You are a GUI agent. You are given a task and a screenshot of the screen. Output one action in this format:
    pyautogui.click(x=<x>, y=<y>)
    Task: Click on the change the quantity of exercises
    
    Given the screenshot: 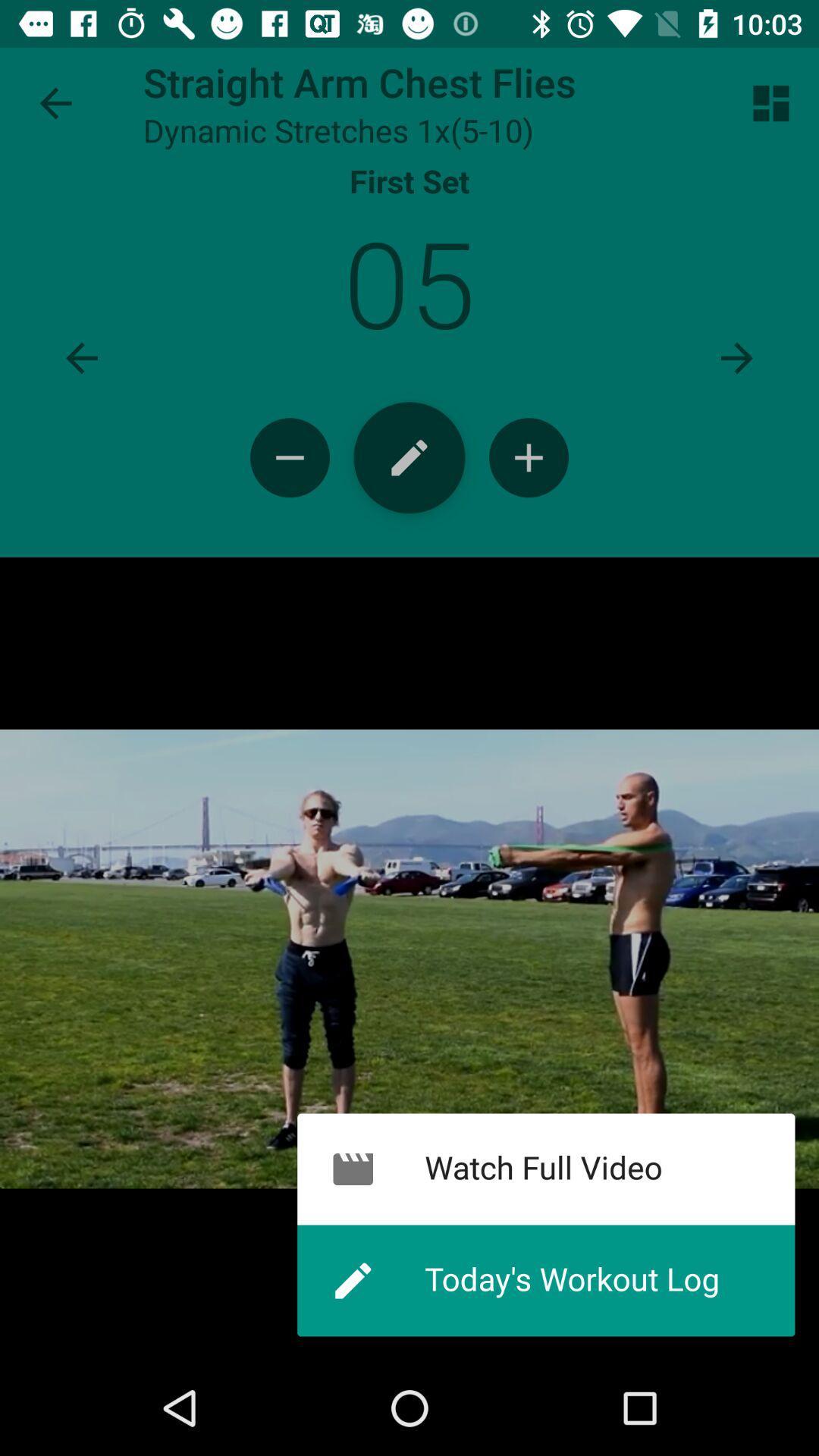 What is the action you would take?
    pyautogui.click(x=290, y=457)
    